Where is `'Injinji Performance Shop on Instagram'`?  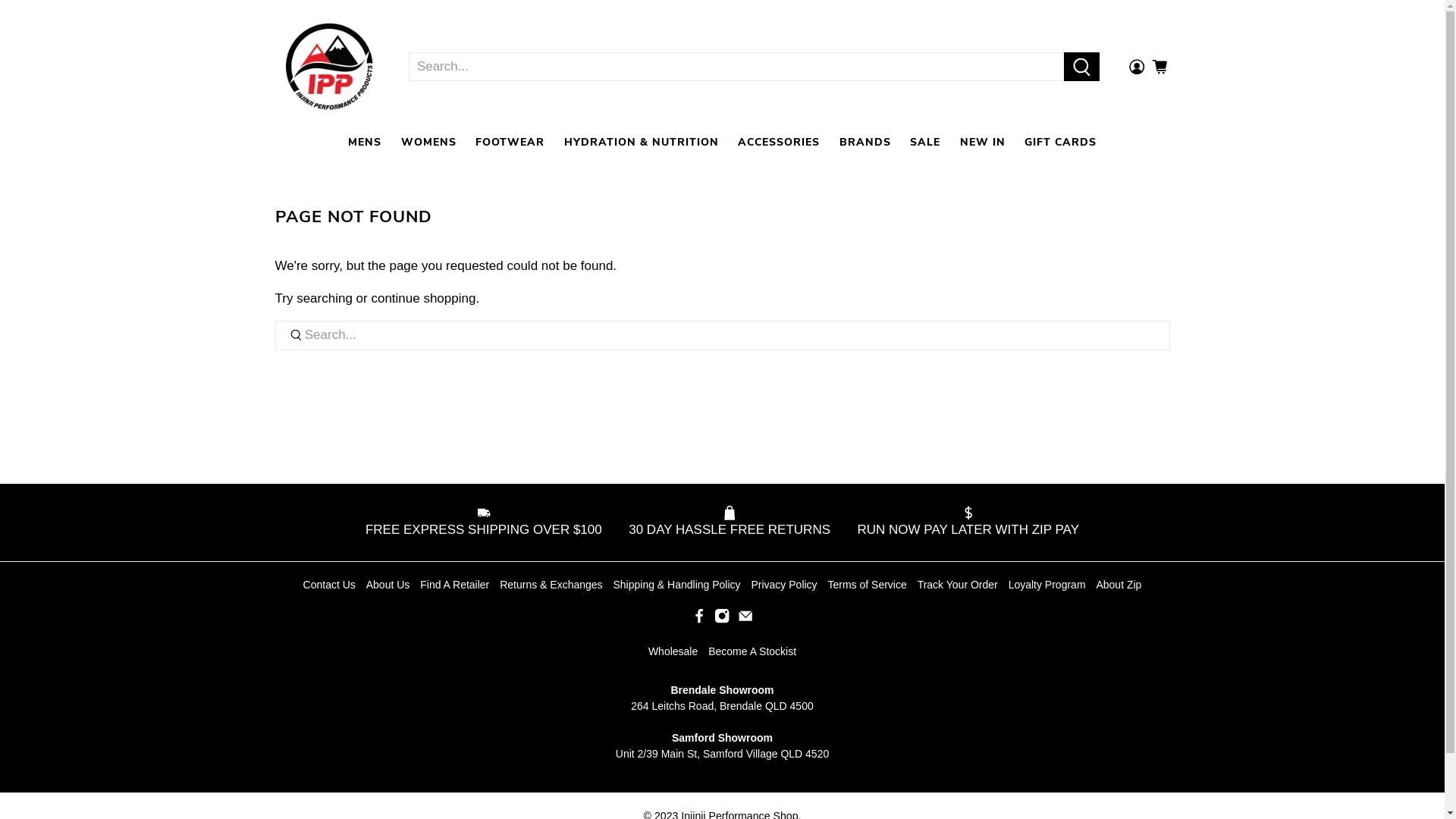
'Injinji Performance Shop on Instagram' is located at coordinates (720, 620).